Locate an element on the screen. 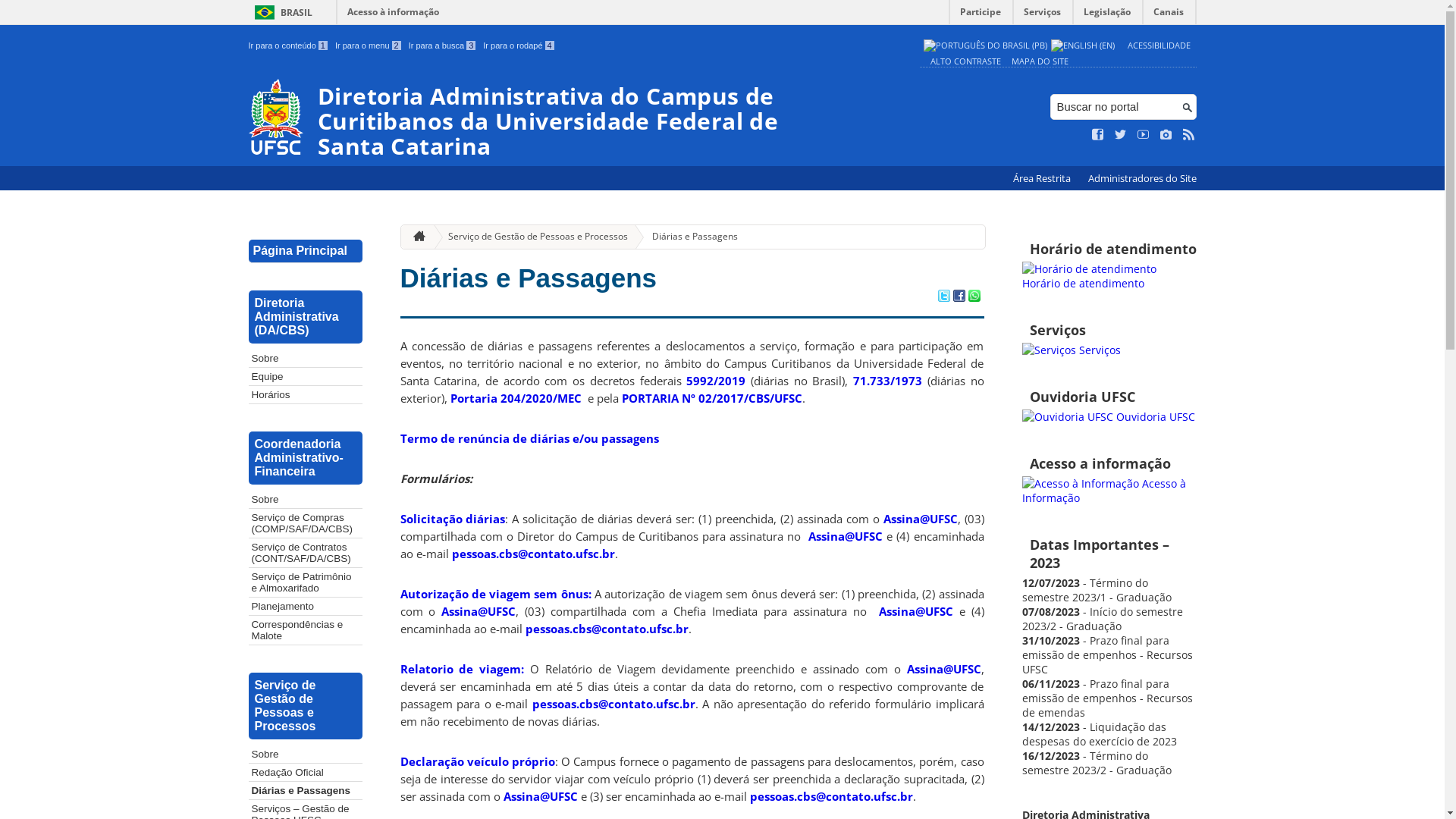 The width and height of the screenshot is (1456, 819). 'Ouvidoria da UFSC' is located at coordinates (1066, 416).